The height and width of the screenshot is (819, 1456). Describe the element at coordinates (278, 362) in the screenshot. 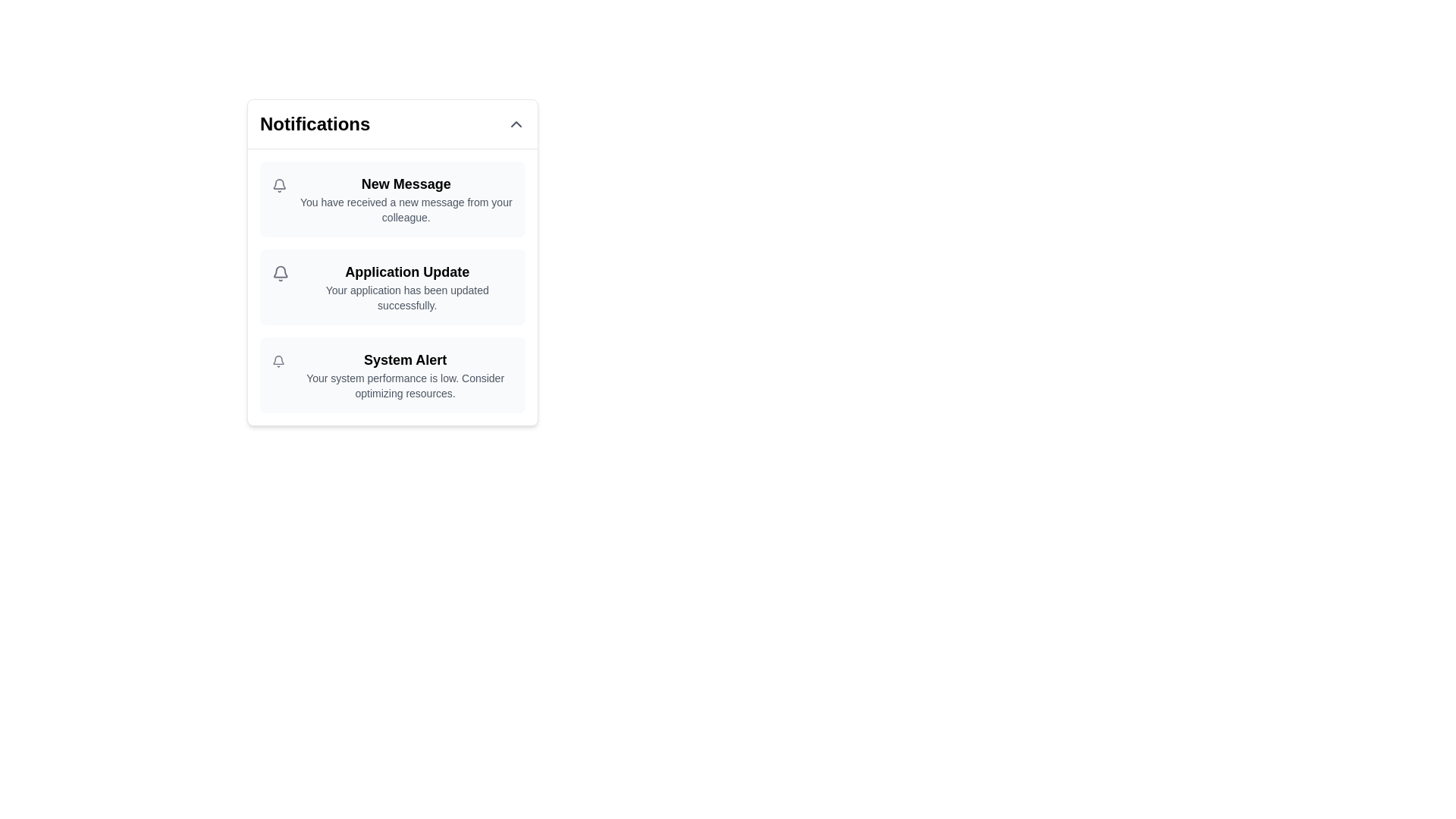

I see `the bell icon located on the left side of the 'System Alert' notification card, which is the last item in the notifications list` at that location.